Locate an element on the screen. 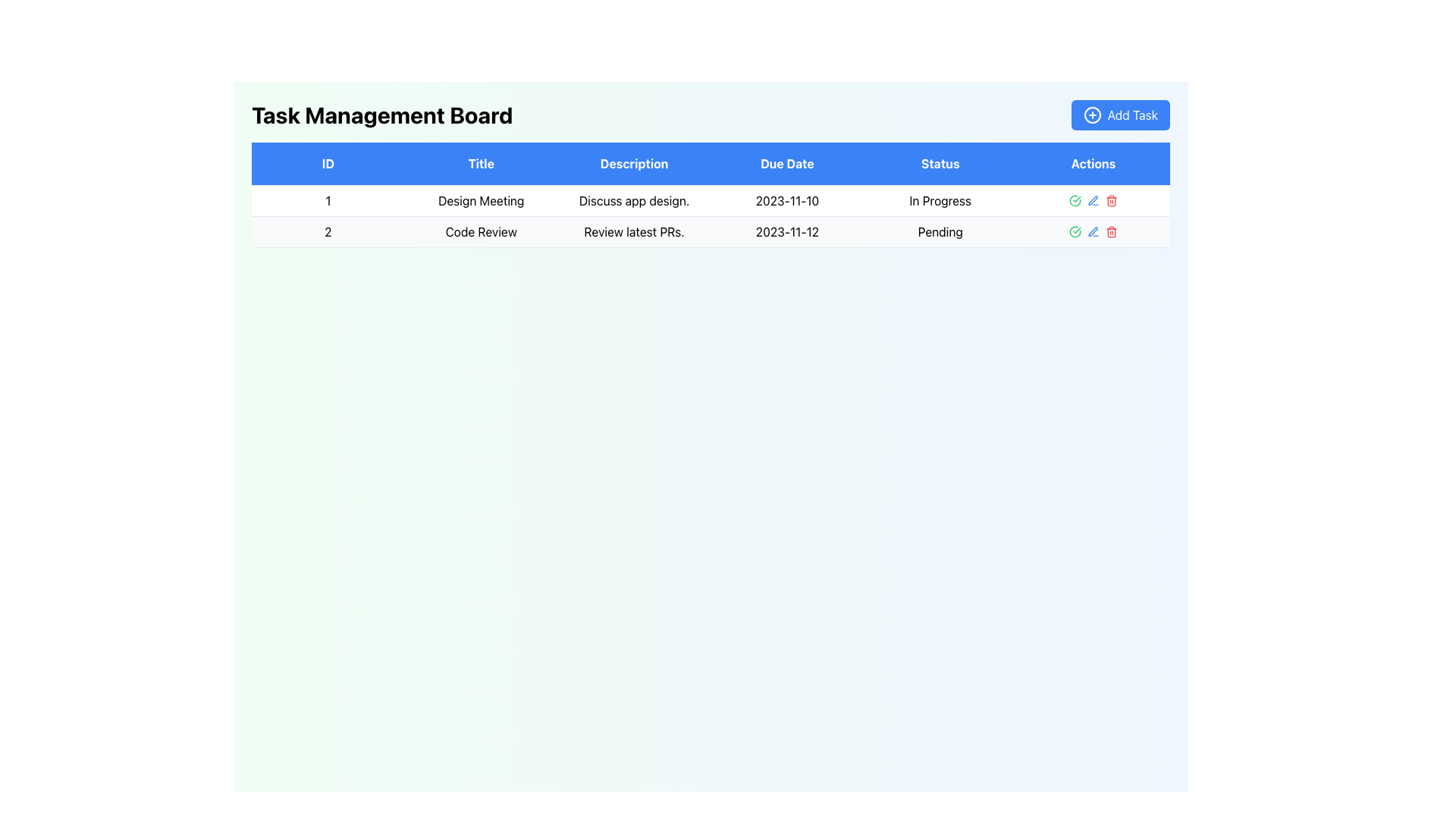 Image resolution: width=1456 pixels, height=819 pixels. textual information displayed in the task management table row for task ID '1', titled 'Design Meeting', with description 'Discuss app design.', date '2023-11-10', and status 'In Progress' is located at coordinates (710, 200).